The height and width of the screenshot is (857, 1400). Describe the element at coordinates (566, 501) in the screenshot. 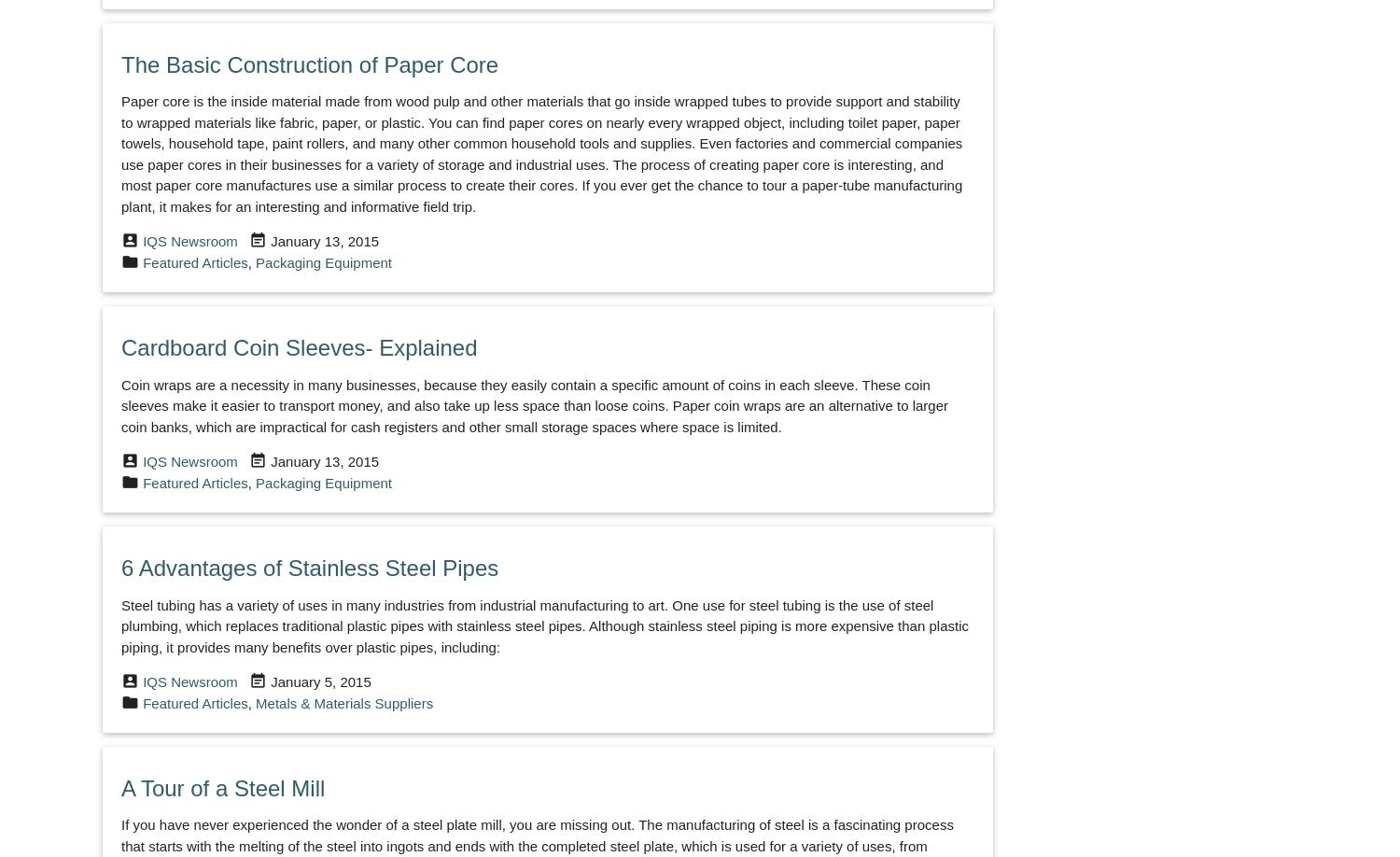

I see `'18'` at that location.